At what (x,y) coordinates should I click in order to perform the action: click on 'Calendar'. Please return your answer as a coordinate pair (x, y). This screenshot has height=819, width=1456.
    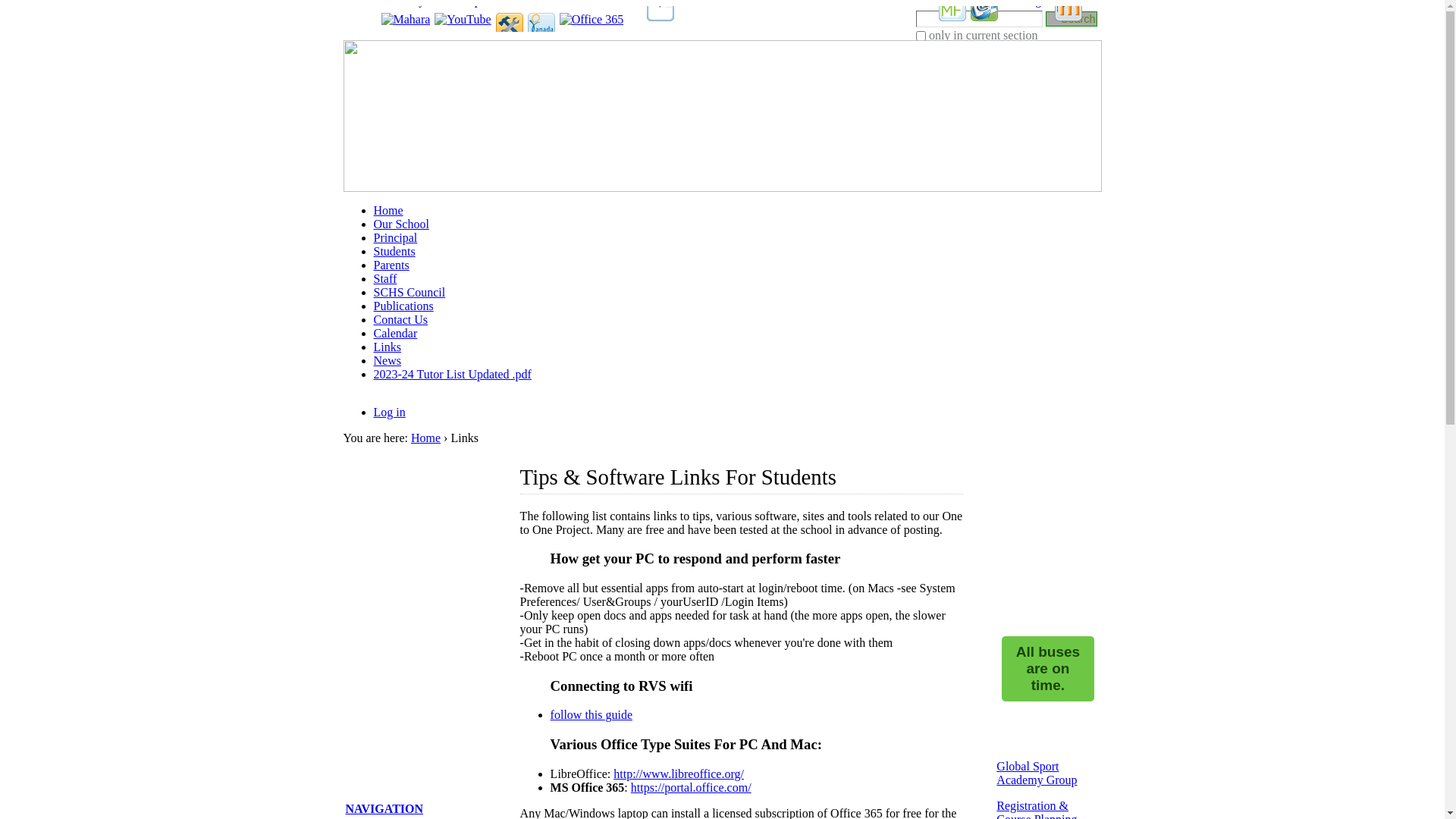
    Looking at the image, I should click on (395, 332).